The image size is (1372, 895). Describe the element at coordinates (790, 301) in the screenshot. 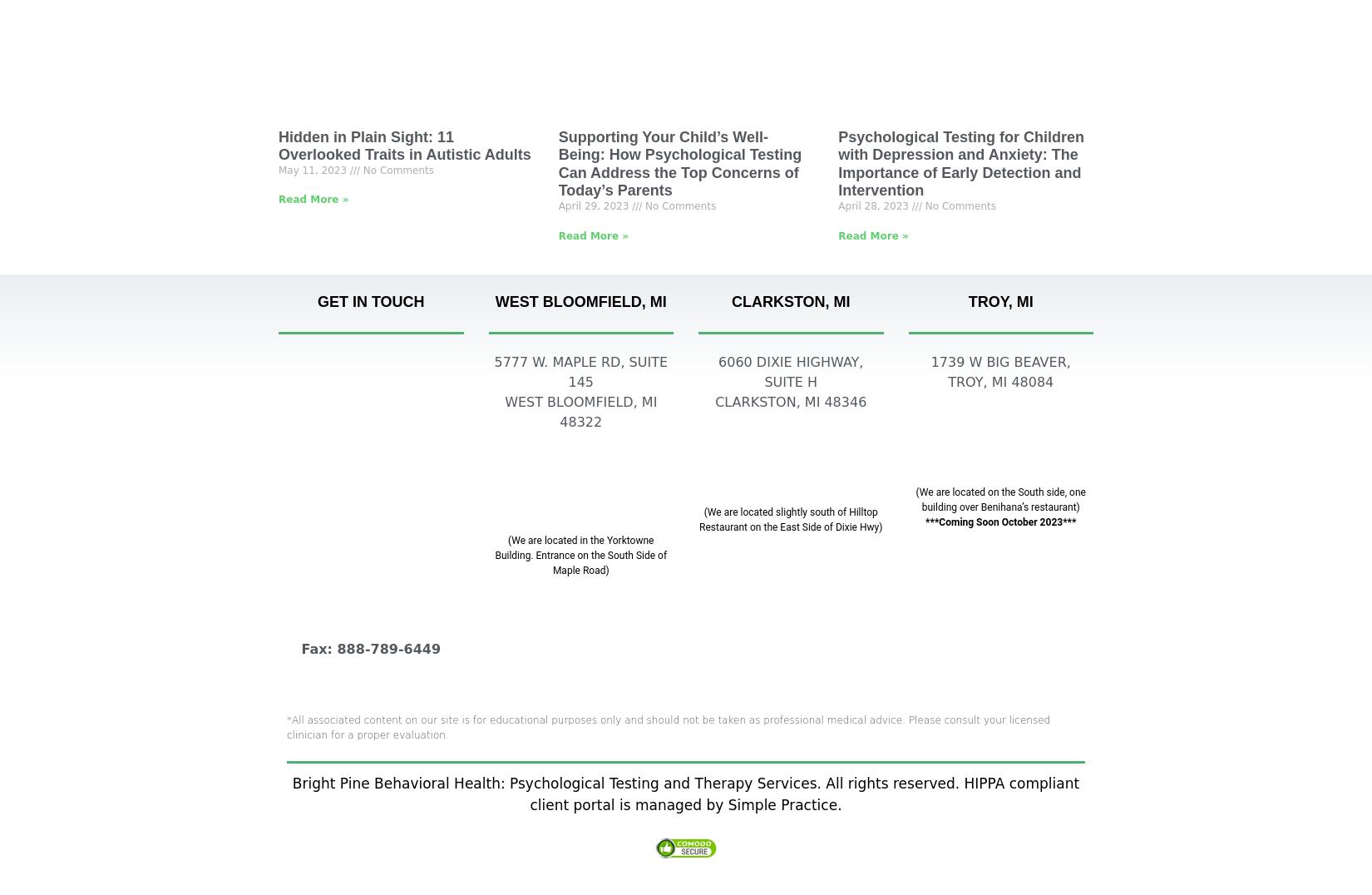

I see `'CLARKSTON, MI'` at that location.